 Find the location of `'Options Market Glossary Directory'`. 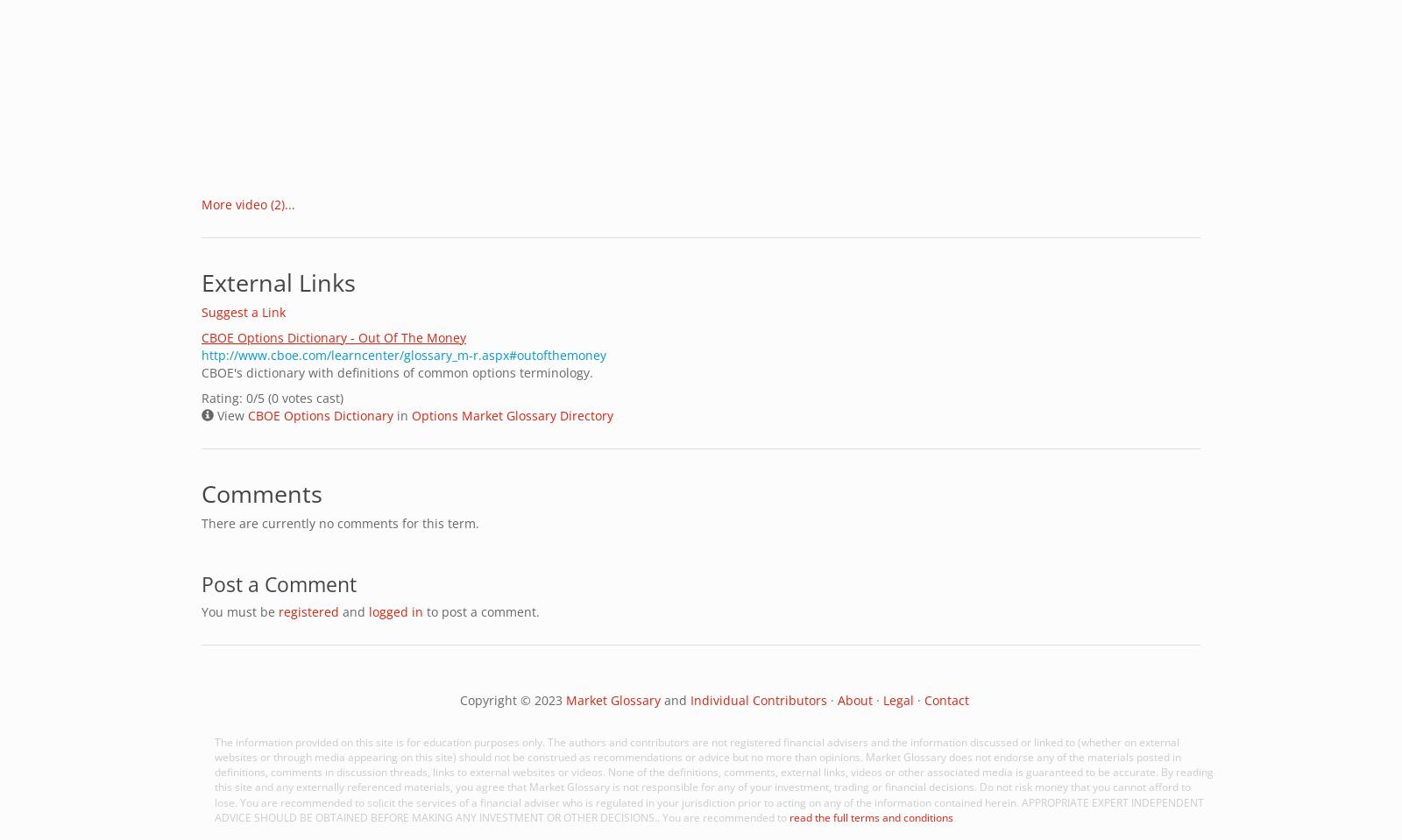

'Options Market Glossary Directory' is located at coordinates (511, 414).